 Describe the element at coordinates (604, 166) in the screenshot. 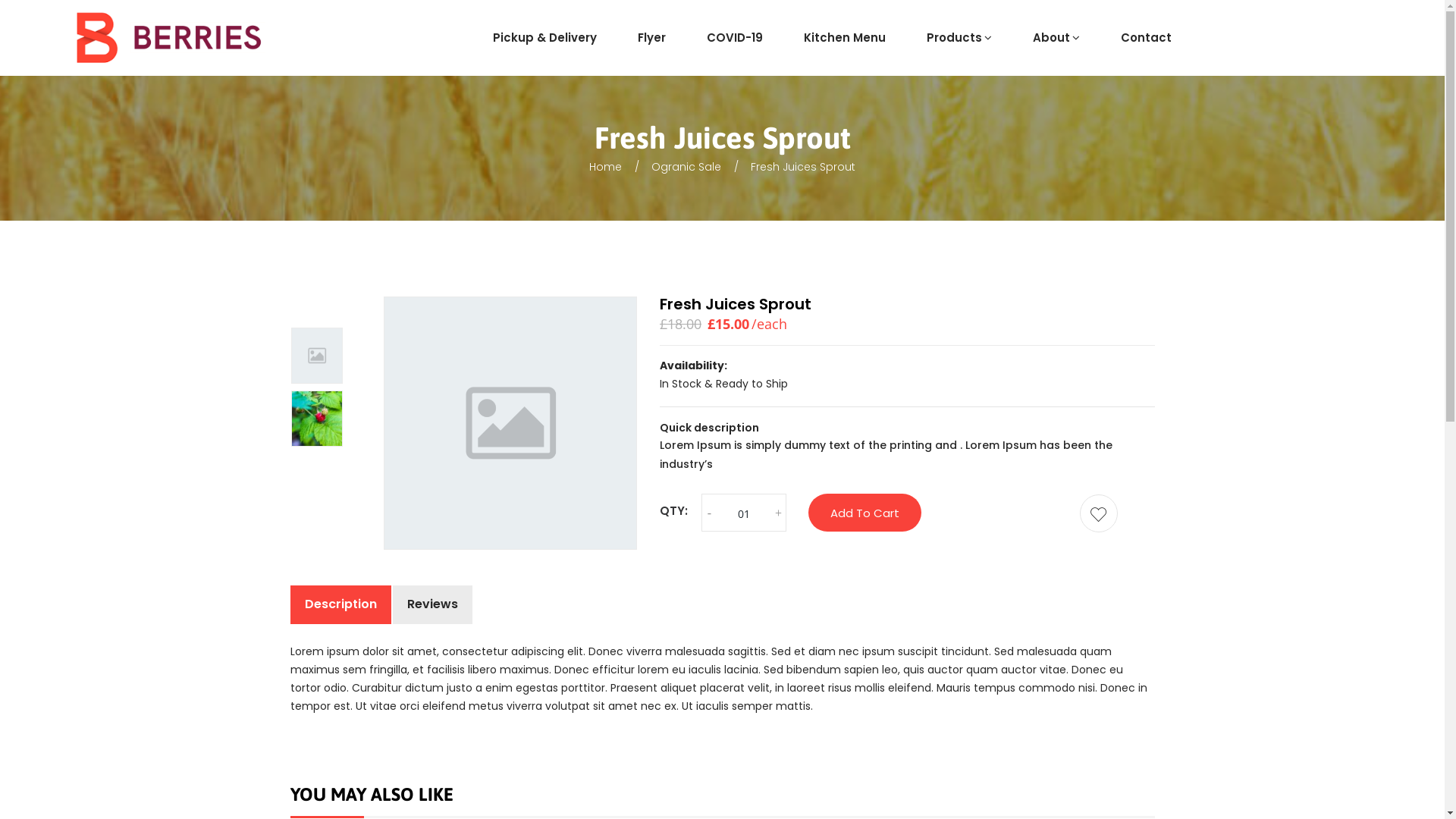

I see `'Home'` at that location.